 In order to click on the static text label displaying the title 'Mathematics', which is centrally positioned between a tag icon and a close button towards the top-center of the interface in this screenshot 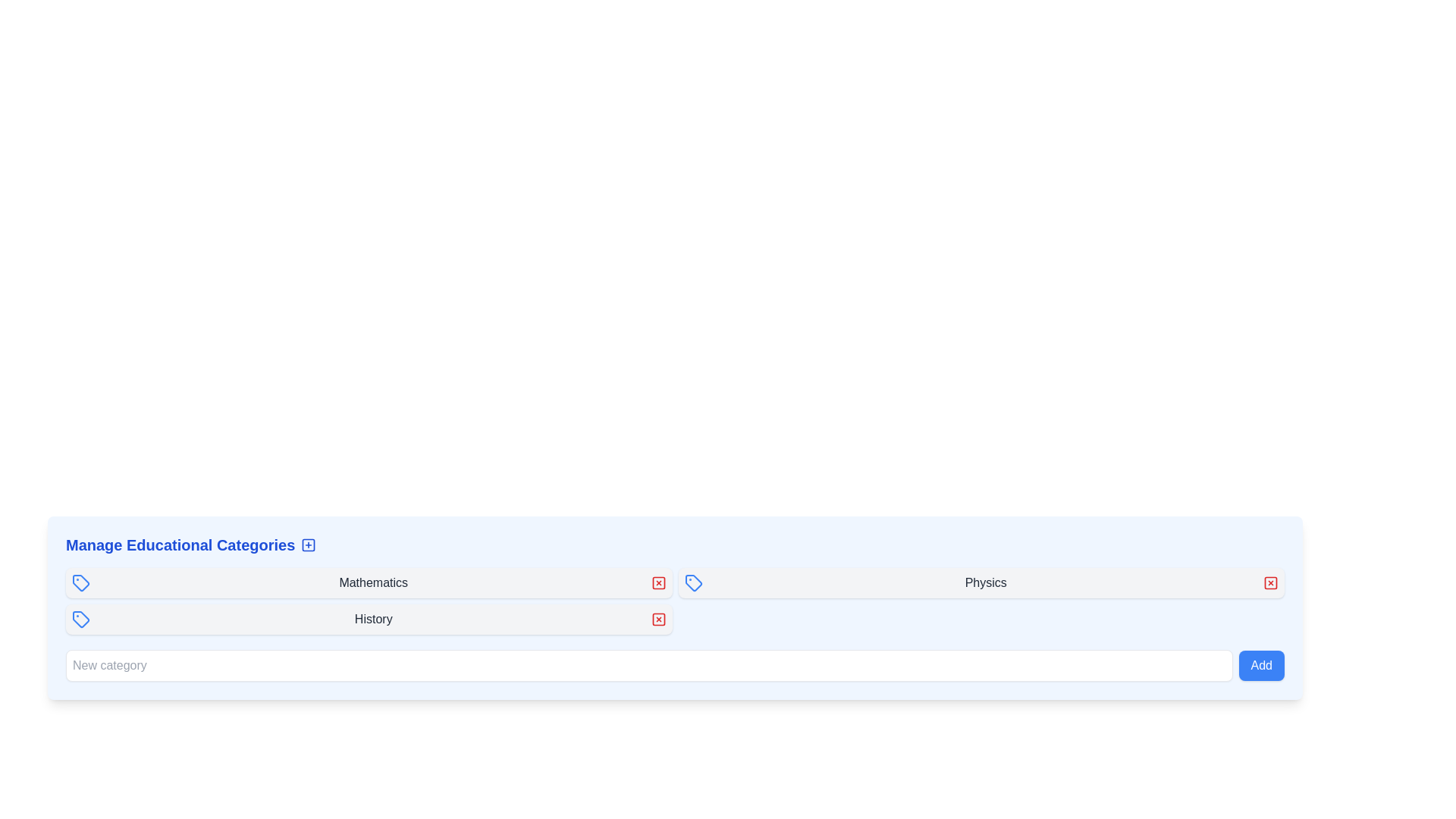, I will do `click(373, 582)`.